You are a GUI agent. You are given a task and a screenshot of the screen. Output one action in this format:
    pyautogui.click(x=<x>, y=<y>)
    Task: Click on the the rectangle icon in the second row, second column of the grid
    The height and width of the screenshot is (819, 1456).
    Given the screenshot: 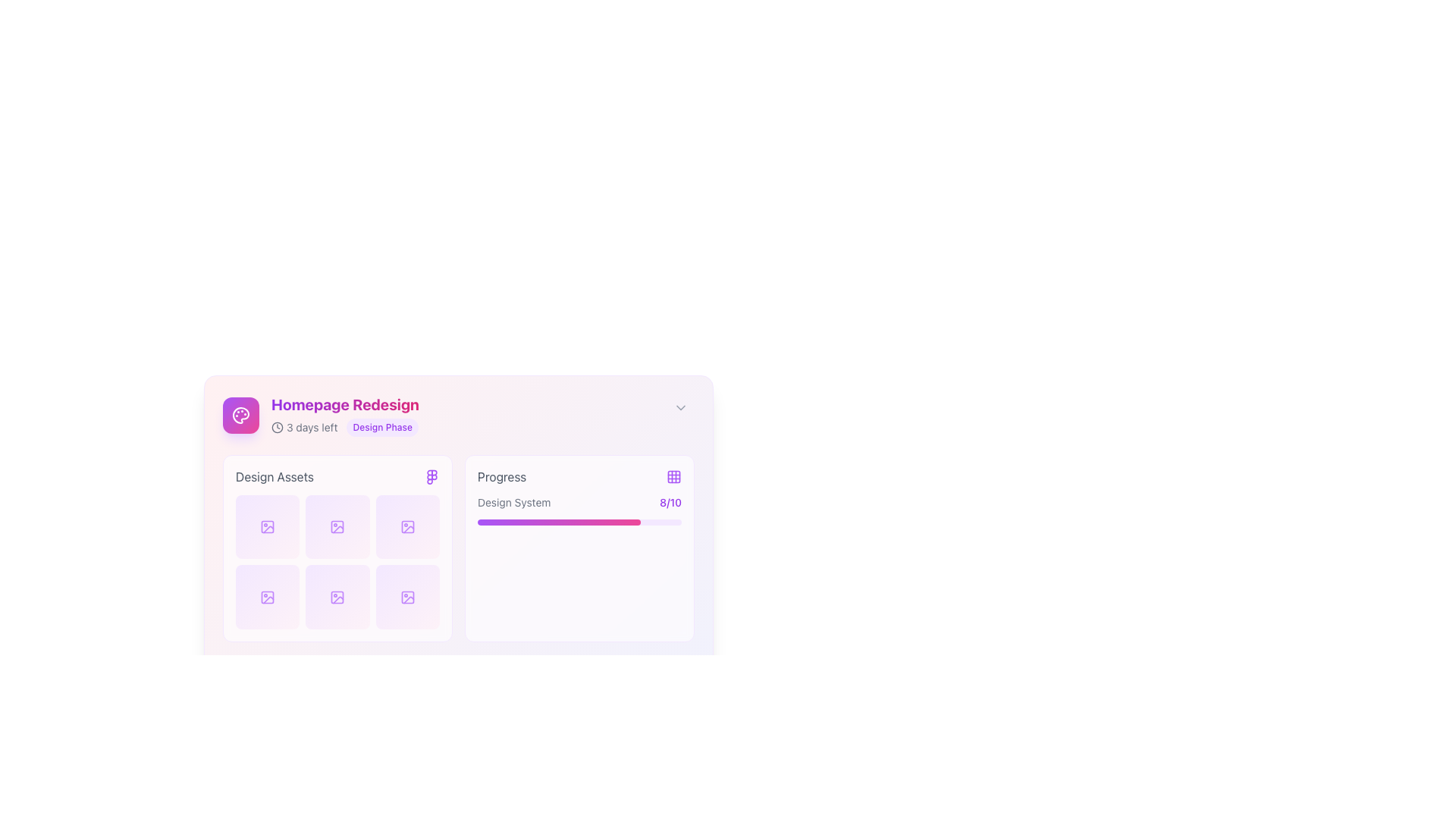 What is the action you would take?
    pyautogui.click(x=337, y=596)
    